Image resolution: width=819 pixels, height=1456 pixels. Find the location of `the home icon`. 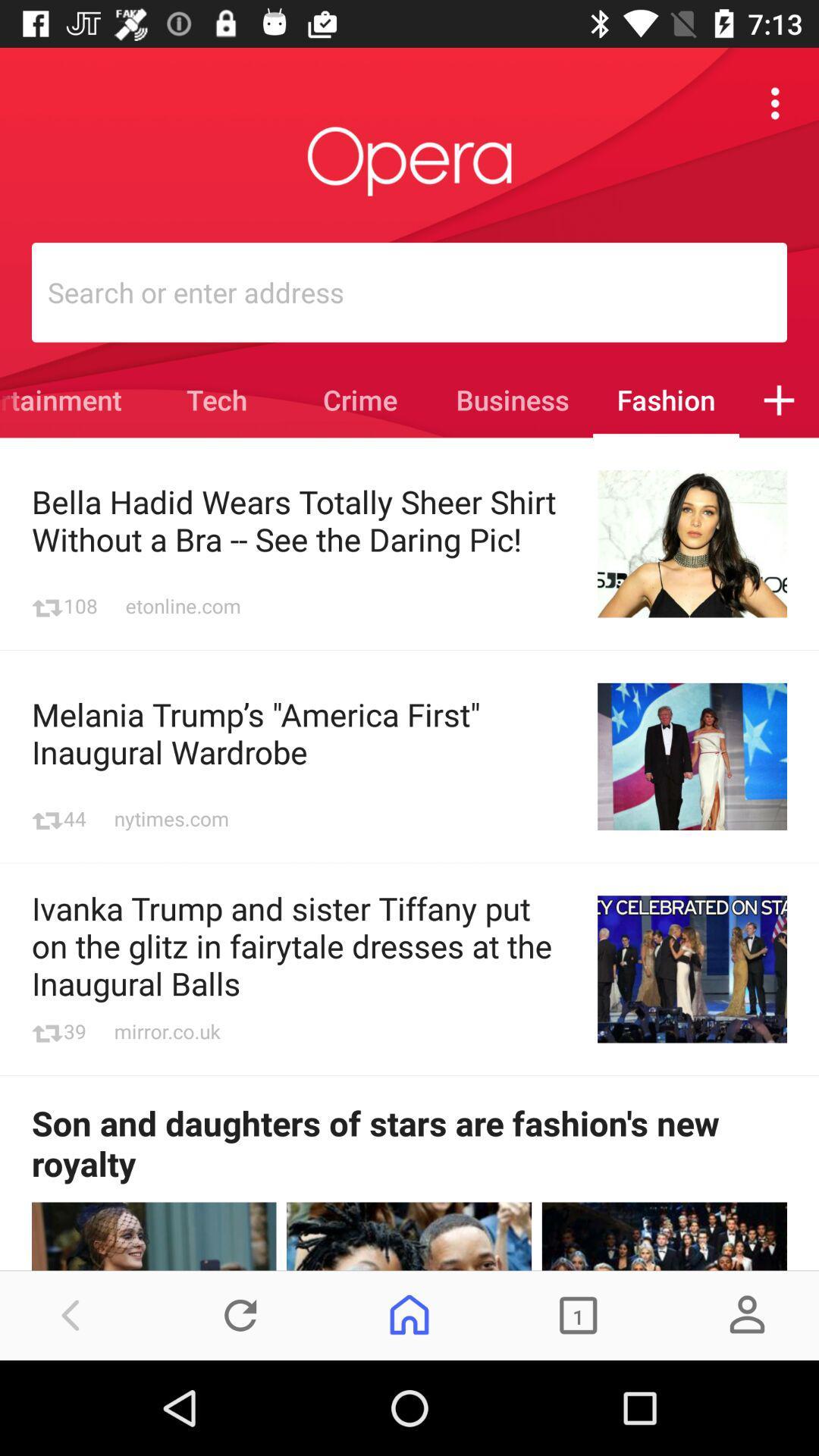

the home icon is located at coordinates (409, 1314).